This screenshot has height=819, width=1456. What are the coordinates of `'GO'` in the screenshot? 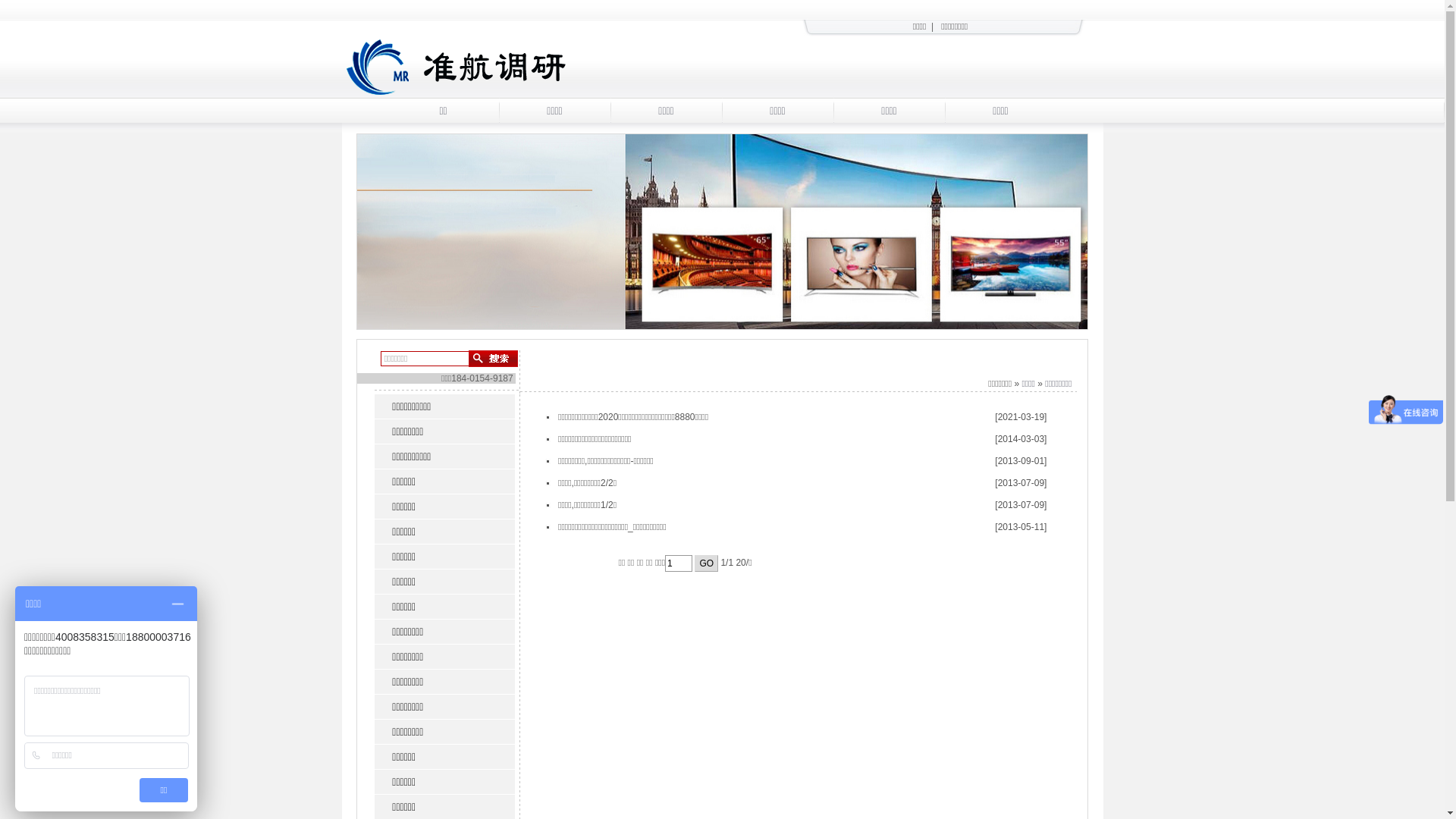 It's located at (694, 563).